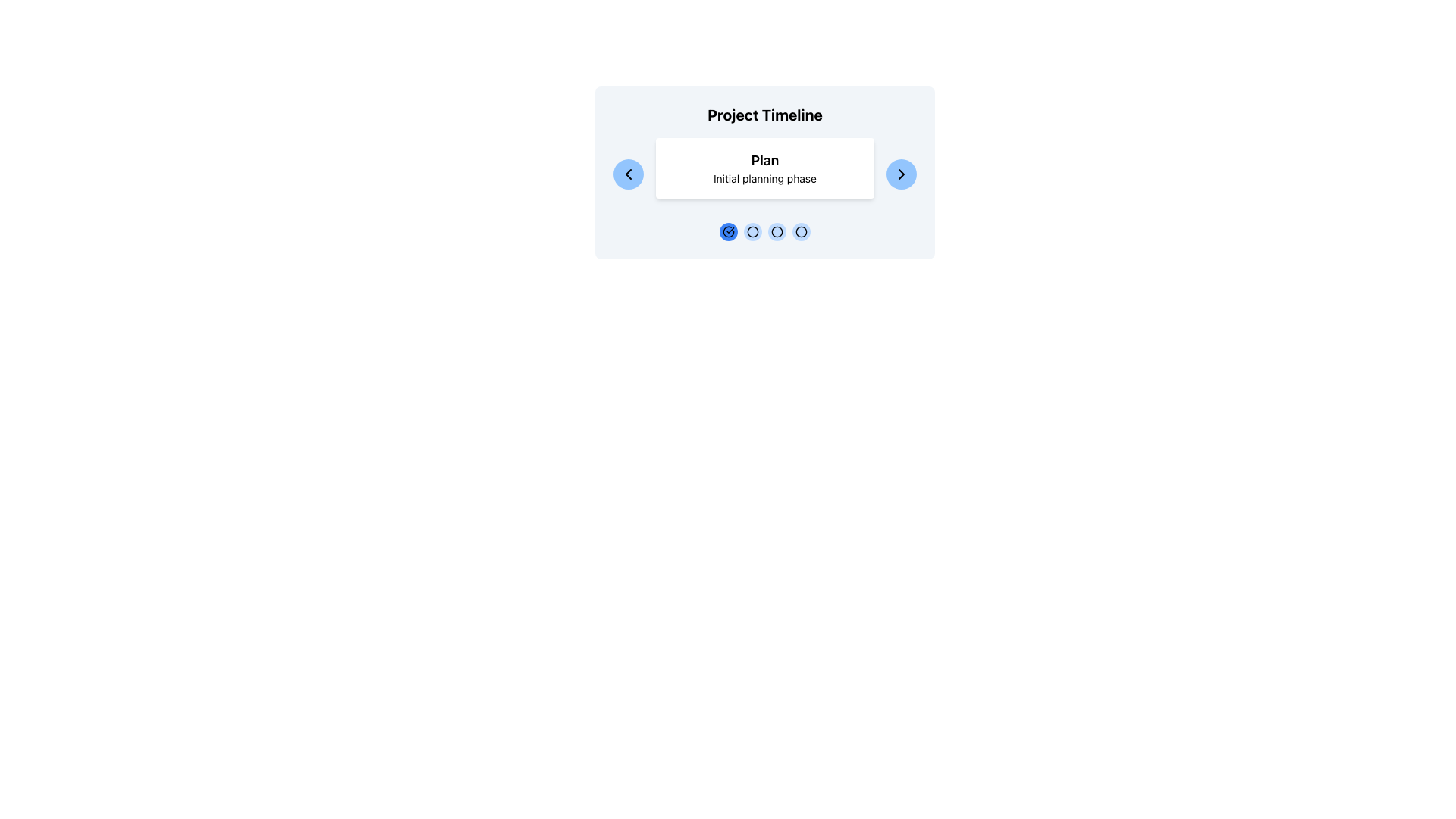 The width and height of the screenshot is (1456, 819). Describe the element at coordinates (800, 231) in the screenshot. I see `the last navigation dot button located below the 'Plan' label in the 'Project Timeline' card` at that location.